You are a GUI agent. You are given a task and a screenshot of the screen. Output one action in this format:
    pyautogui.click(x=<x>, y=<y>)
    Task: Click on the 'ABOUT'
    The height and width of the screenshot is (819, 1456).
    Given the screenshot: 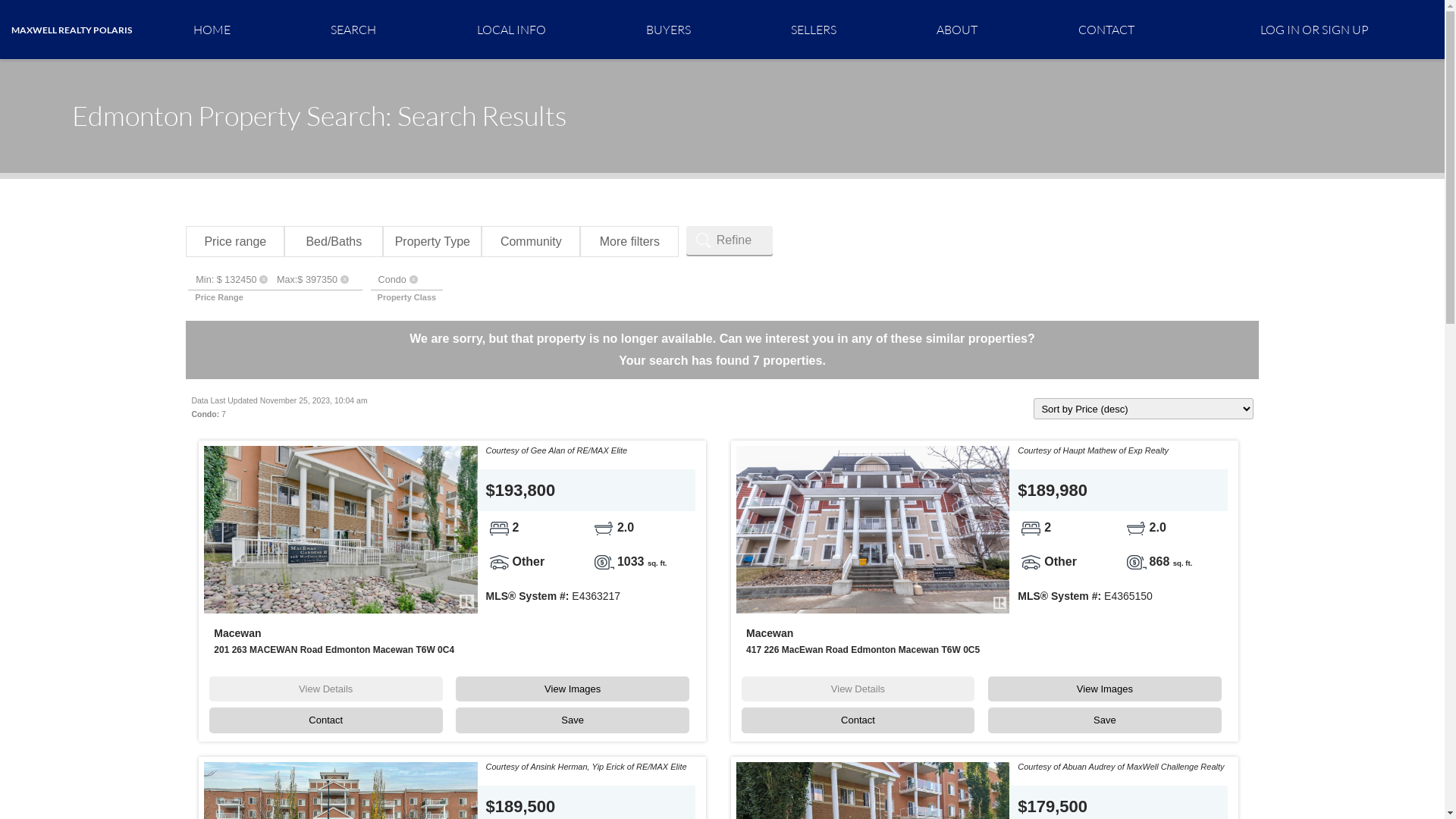 What is the action you would take?
    pyautogui.click(x=956, y=29)
    